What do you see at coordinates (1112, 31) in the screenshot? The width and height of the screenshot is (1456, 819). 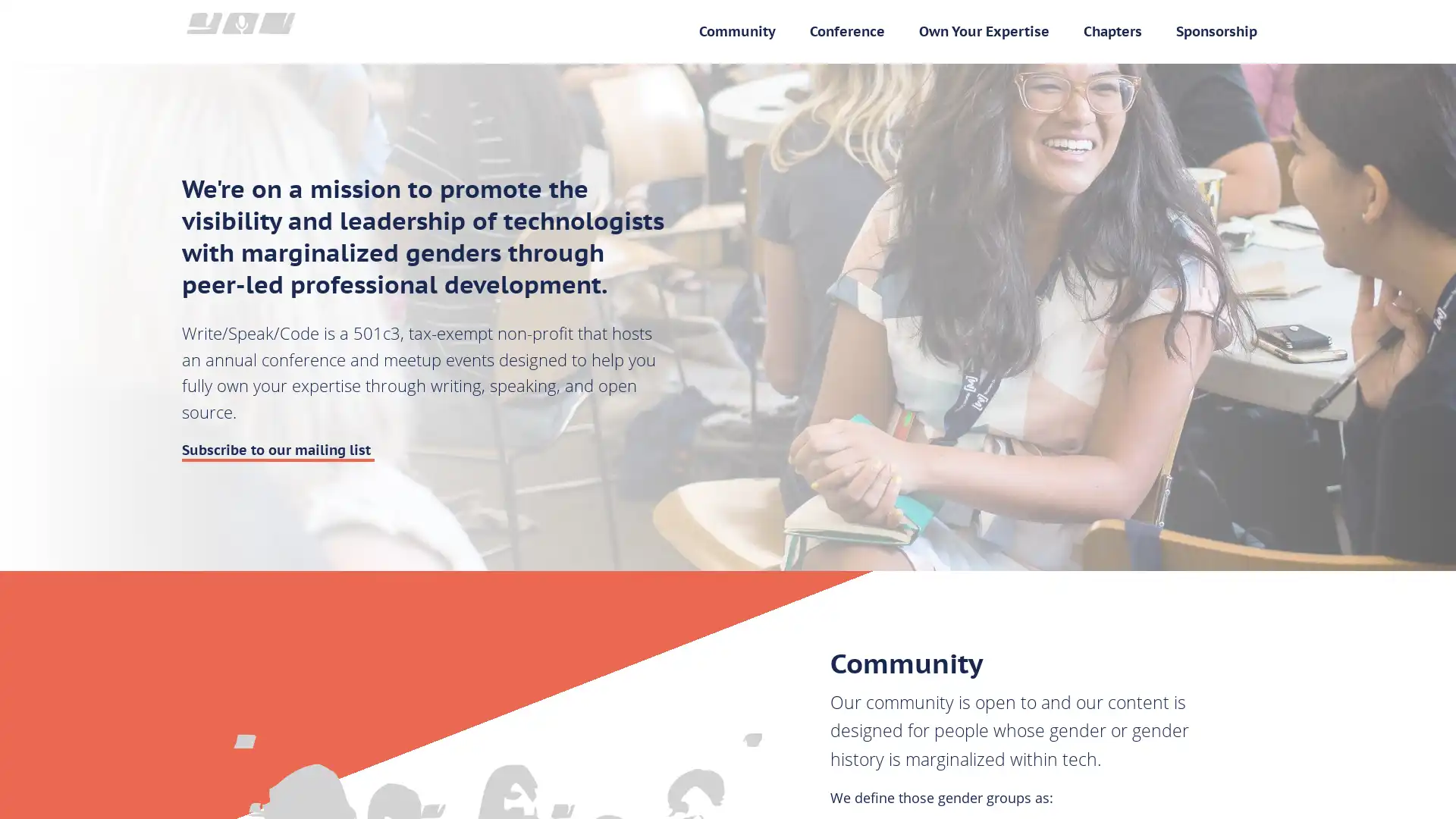 I see `Chapters` at bounding box center [1112, 31].